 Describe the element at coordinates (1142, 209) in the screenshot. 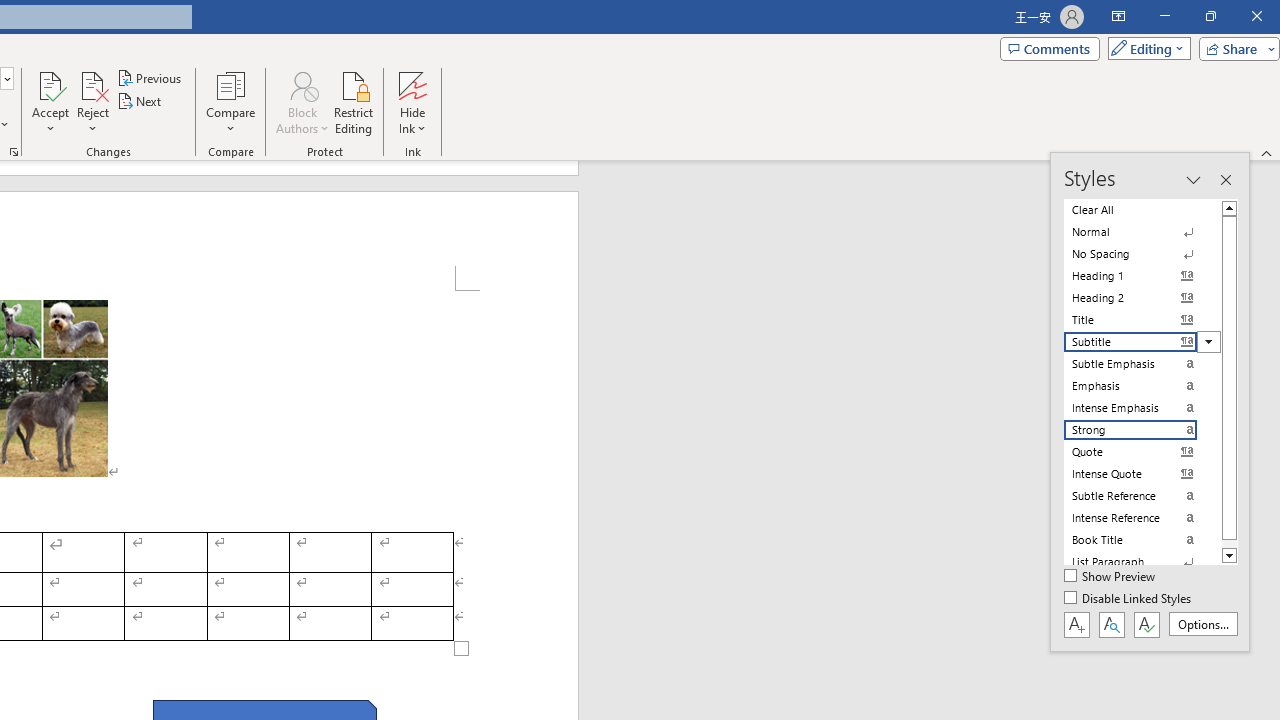

I see `'Clear All'` at that location.